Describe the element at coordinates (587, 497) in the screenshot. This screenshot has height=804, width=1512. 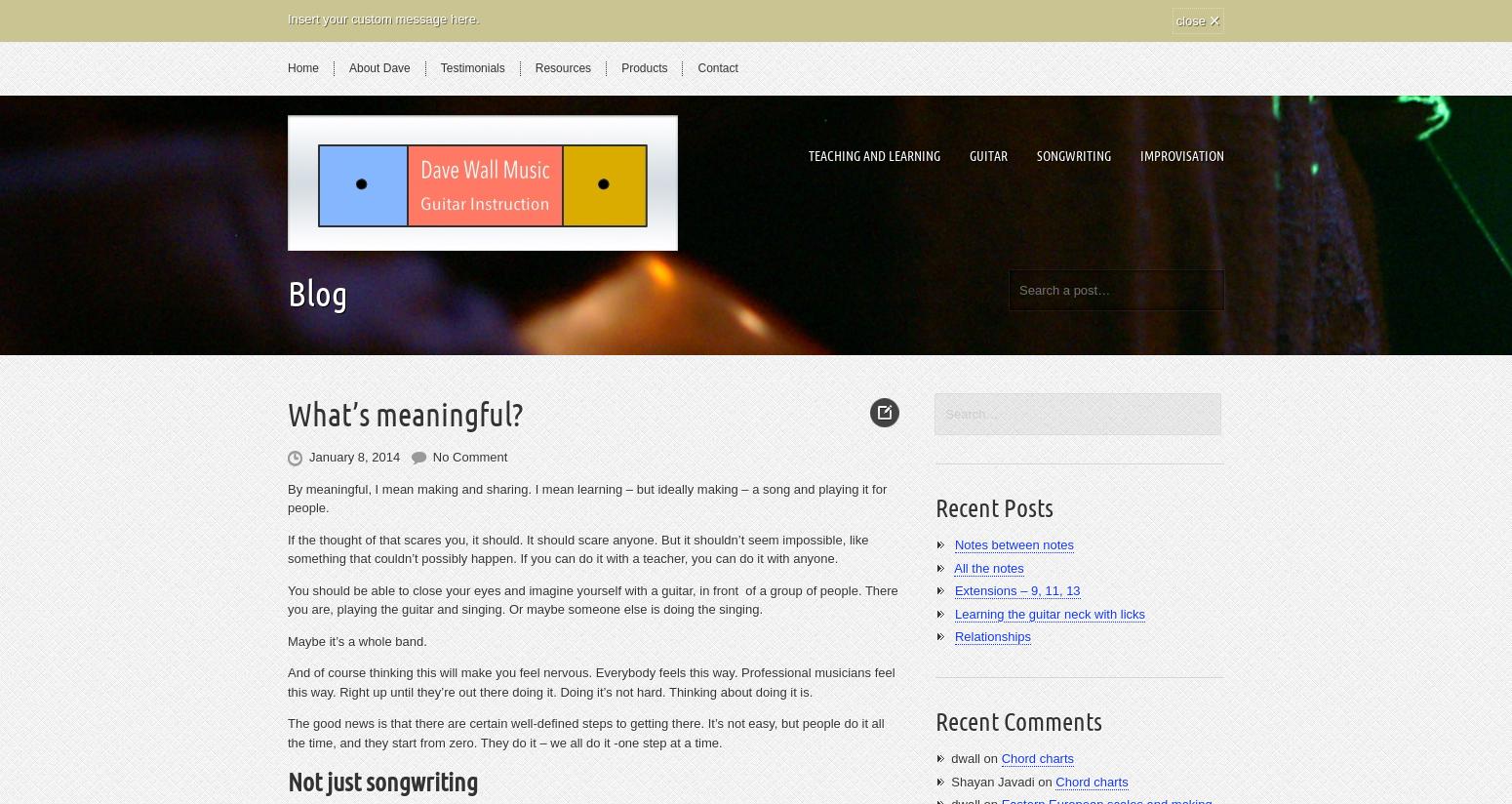
I see `'By meaningful, I mean making and sharing. I mean learning – but ideally making – a song and playing it for people.'` at that location.